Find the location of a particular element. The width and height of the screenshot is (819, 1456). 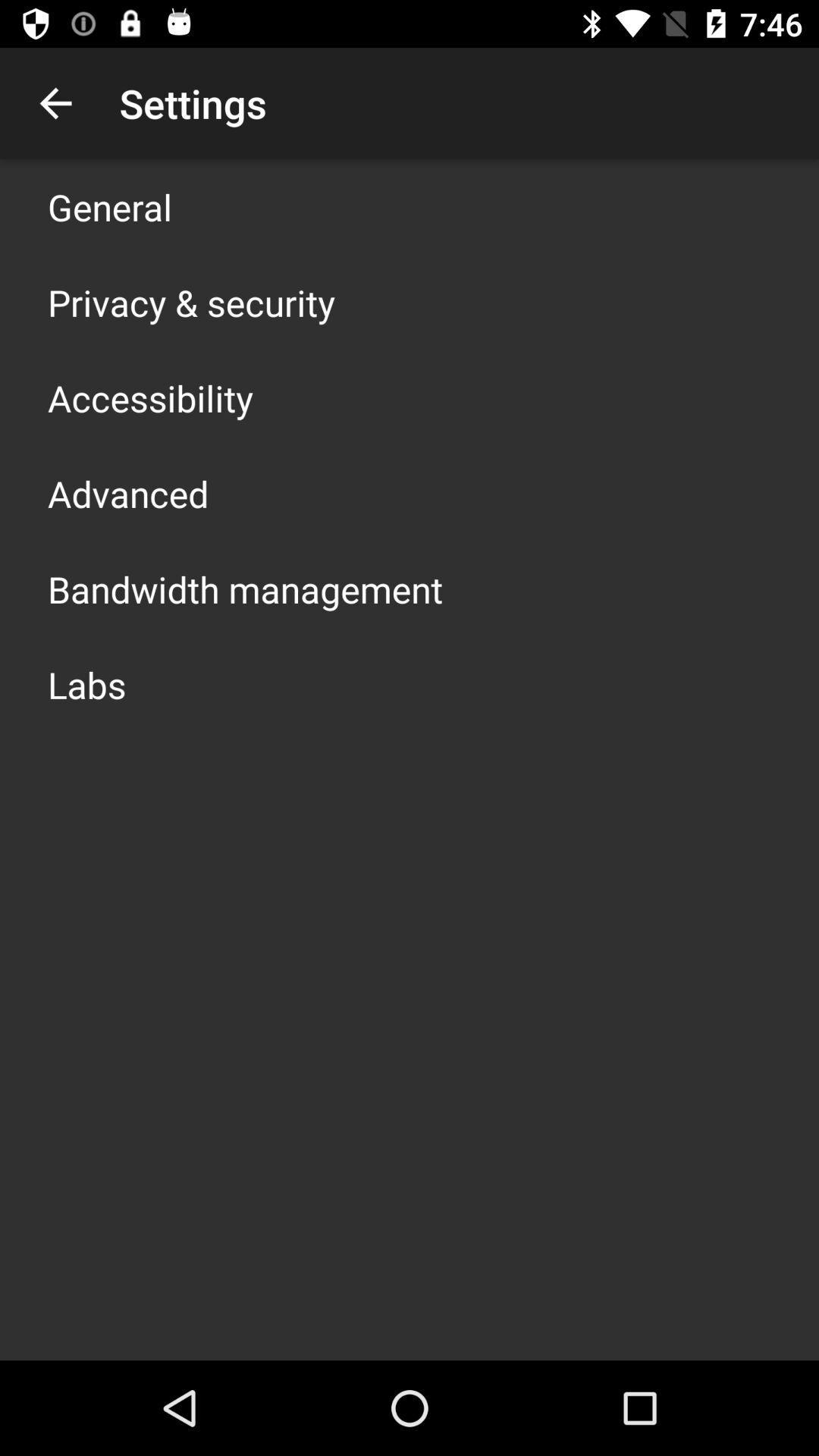

app above general app is located at coordinates (55, 102).